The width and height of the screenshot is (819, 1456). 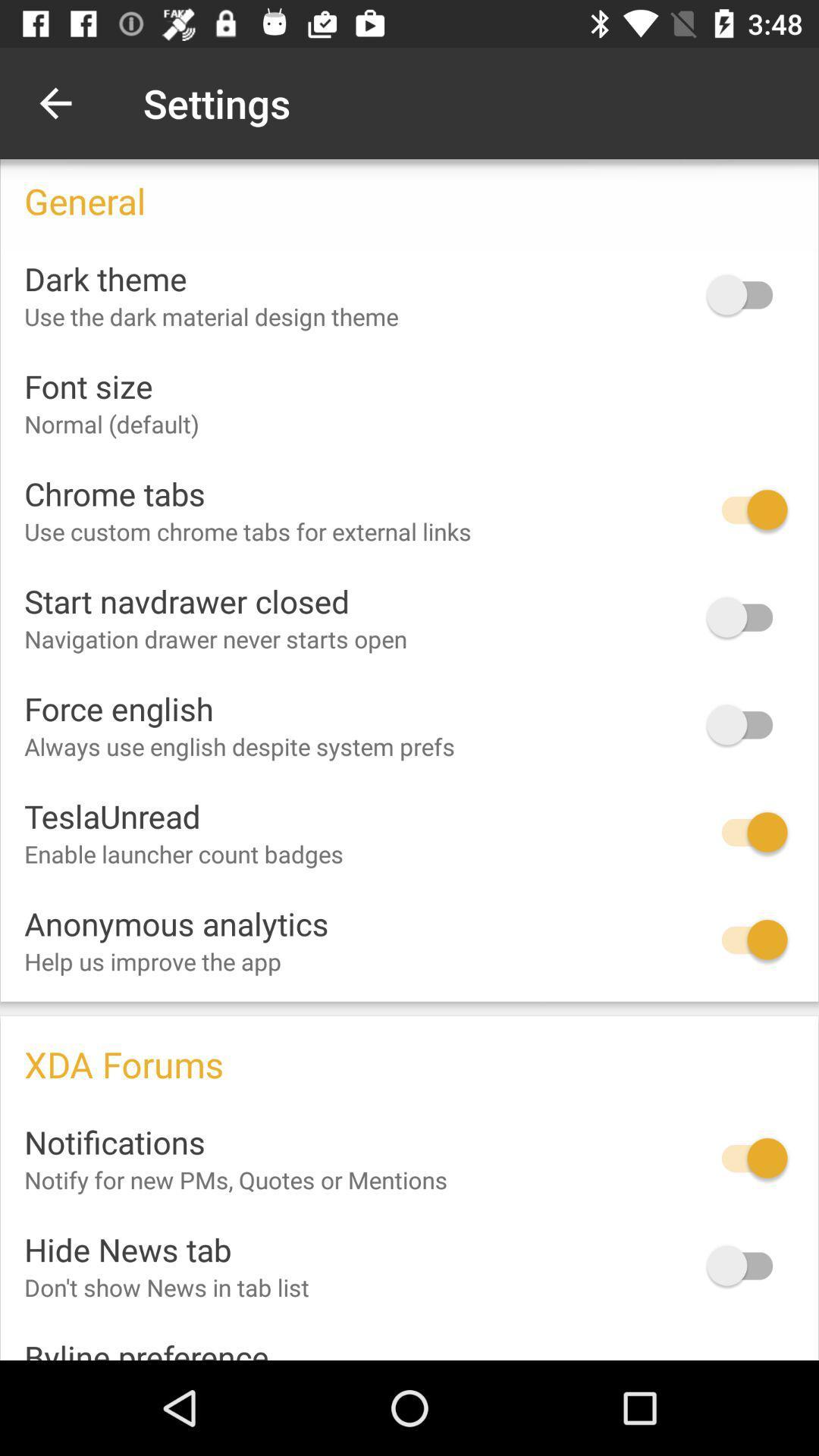 What do you see at coordinates (746, 294) in the screenshot?
I see `dark theme` at bounding box center [746, 294].